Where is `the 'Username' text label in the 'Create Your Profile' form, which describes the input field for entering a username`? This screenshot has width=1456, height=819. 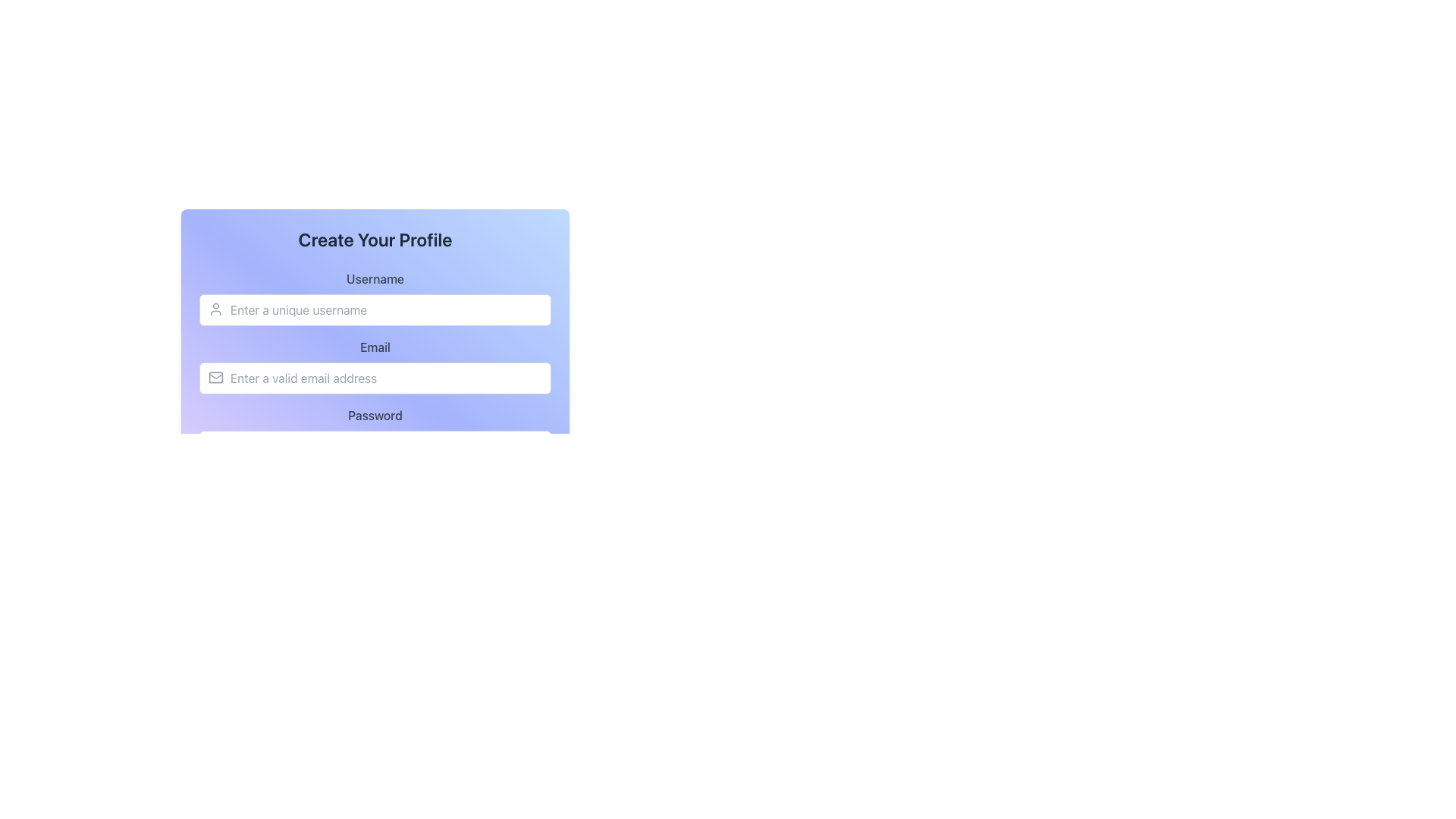 the 'Username' text label in the 'Create Your Profile' form, which describes the input field for entering a username is located at coordinates (375, 298).